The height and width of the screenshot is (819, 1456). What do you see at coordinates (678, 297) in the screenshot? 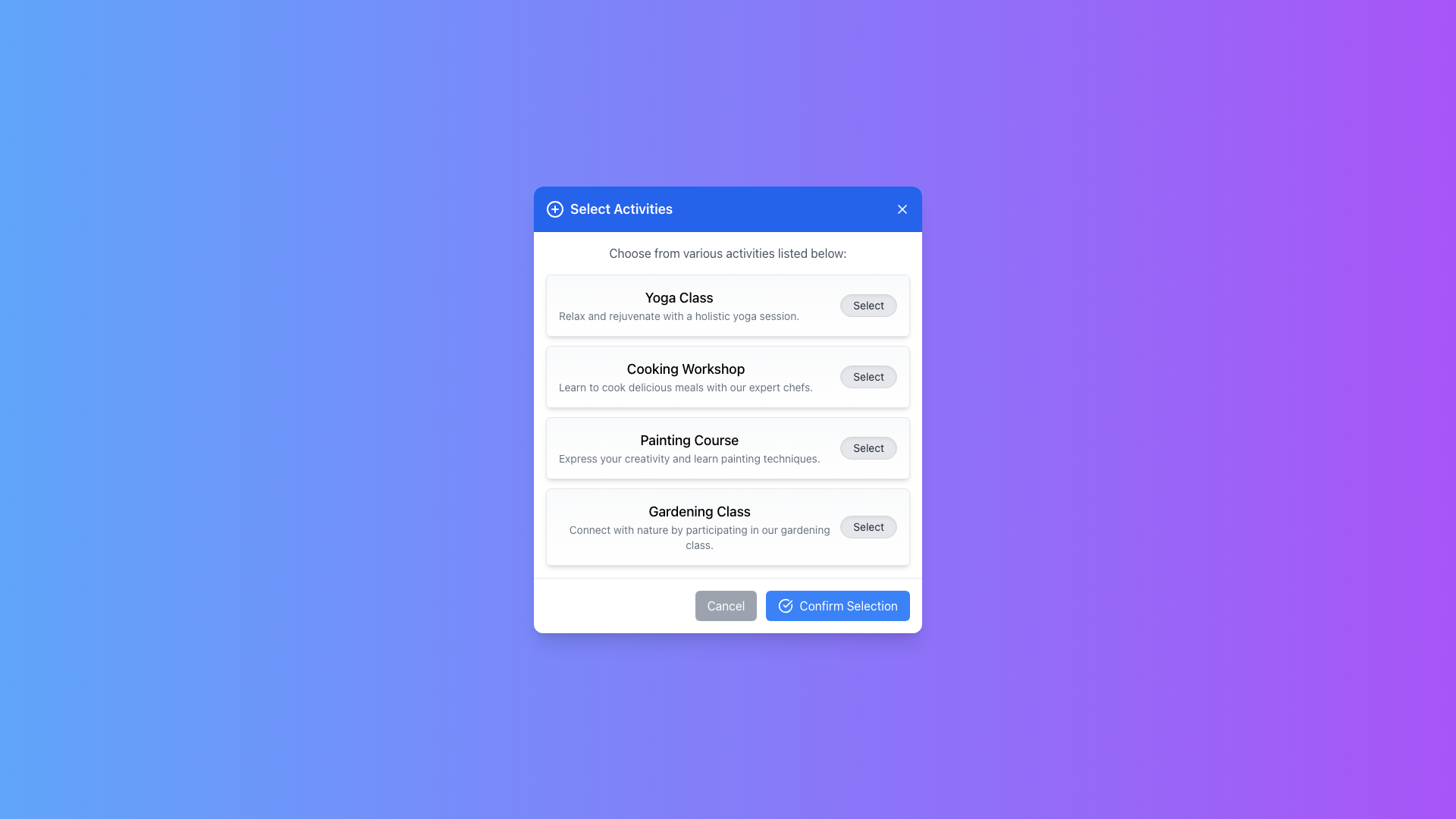
I see `the 'Yoga Class' title text label located at the top section of the dialog box, which is positioned above the description text for the yoga session` at bounding box center [678, 297].